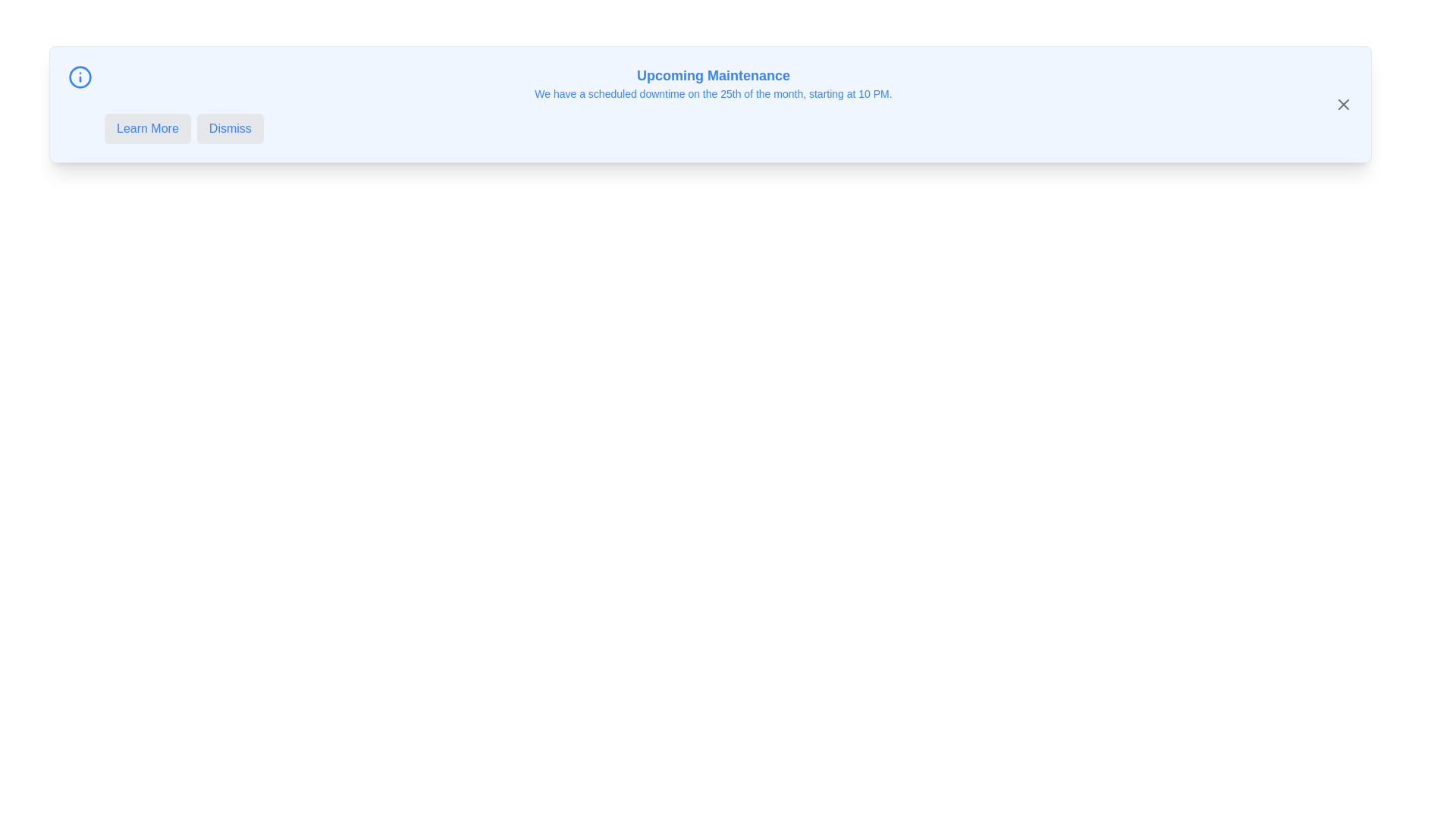  Describe the element at coordinates (712, 93) in the screenshot. I see `text element that contains the message about scheduled downtime, which is centrally aligned and positioned below the header 'Upcoming Maintenance'` at that location.